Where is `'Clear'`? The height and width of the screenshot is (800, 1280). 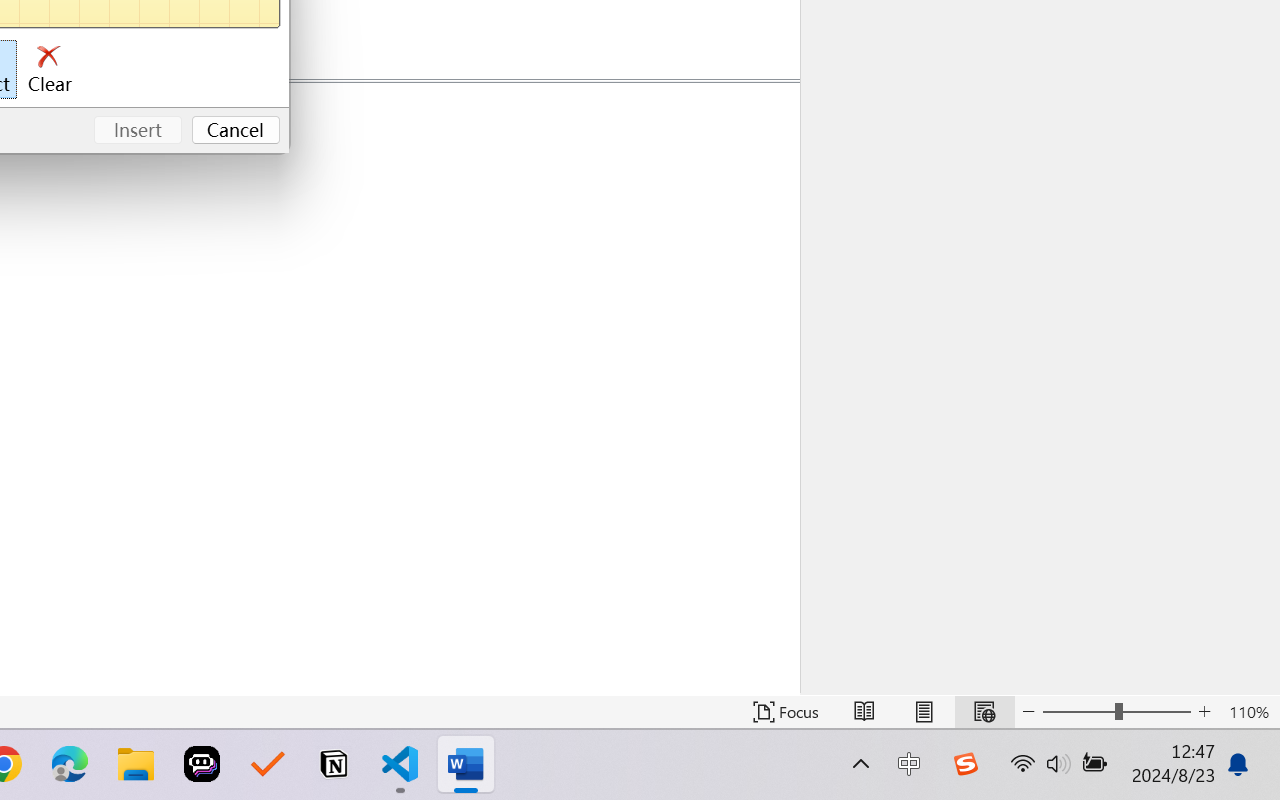 'Clear' is located at coordinates (49, 69).